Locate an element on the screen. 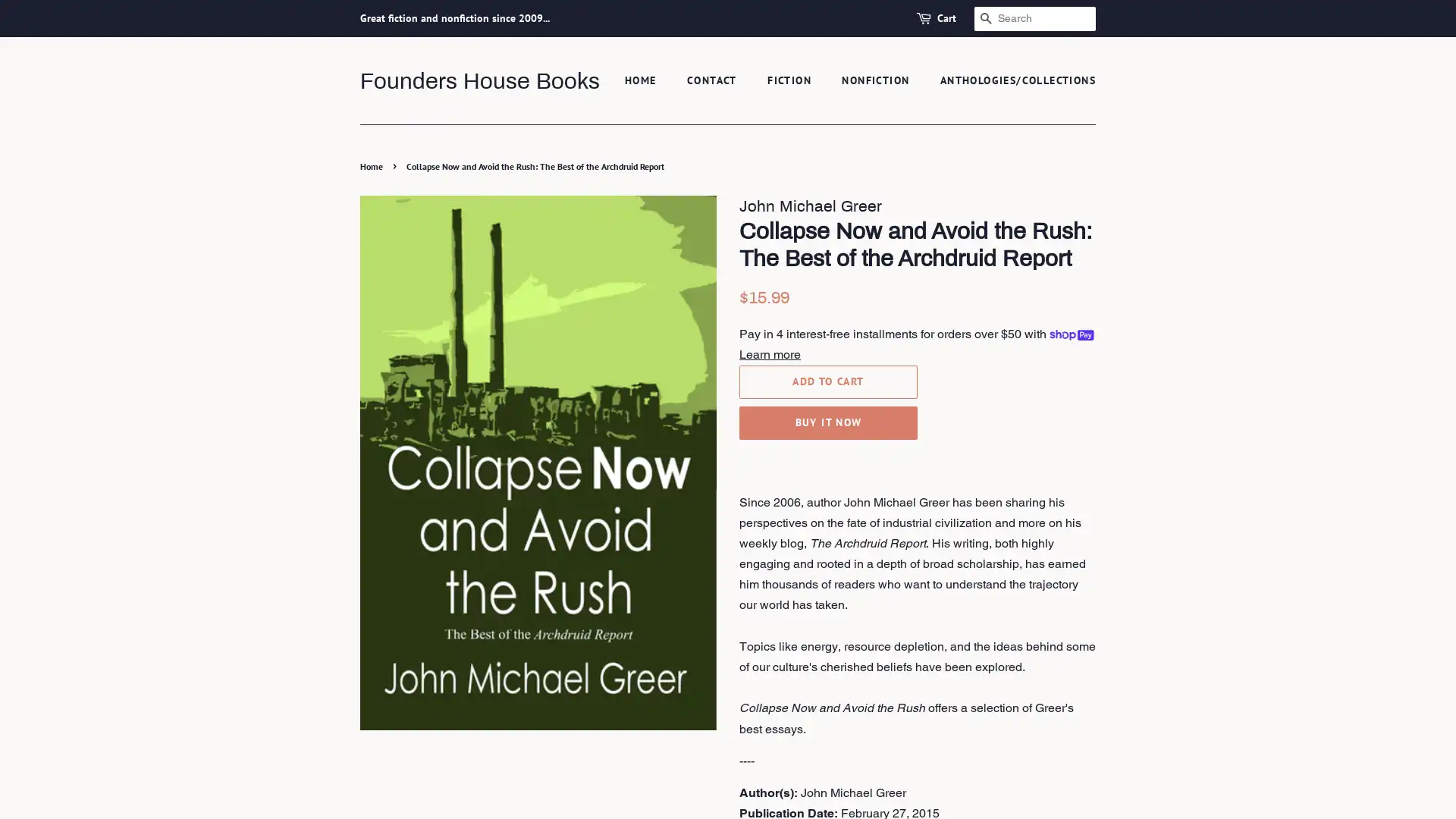 The width and height of the screenshot is (1456, 819). ADD TO CART is located at coordinates (827, 380).